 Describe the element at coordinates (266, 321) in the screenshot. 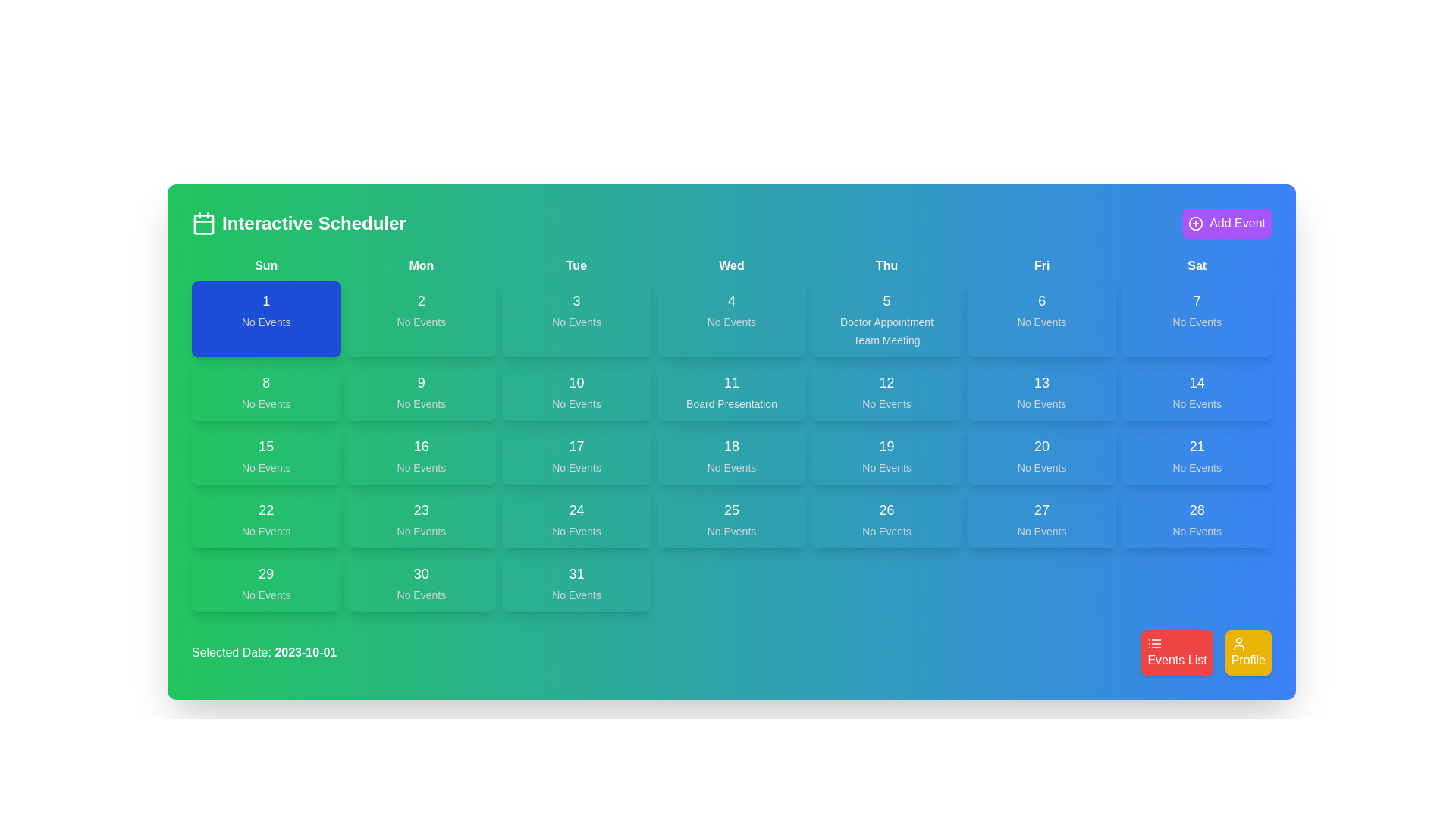

I see `the 'No Events' static text label, which is displayed in a small, gray-colored font within a blue card, located below the numeric representation of '1' in the first date cell of the calendar interface` at that location.